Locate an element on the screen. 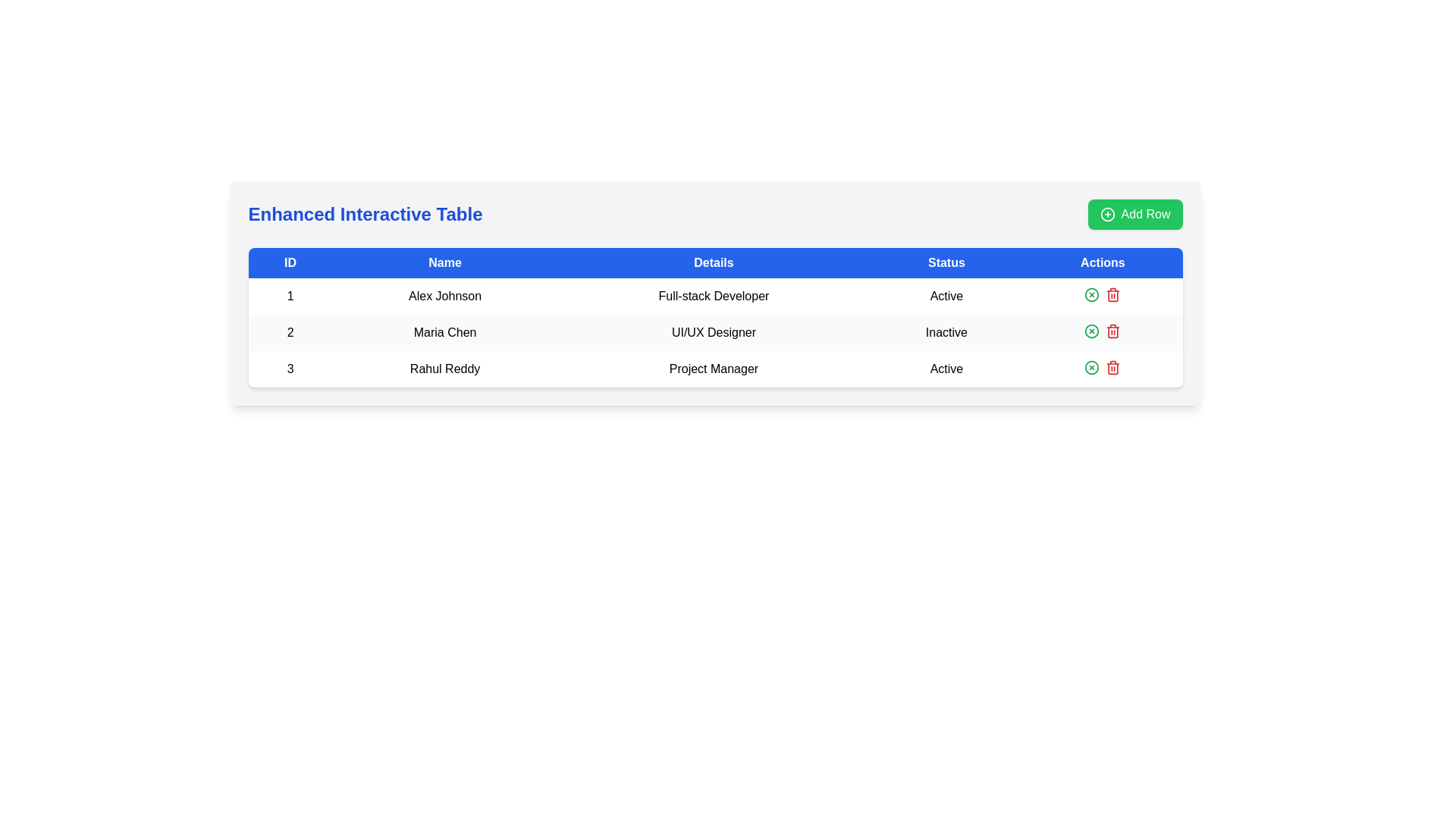 This screenshot has height=819, width=1456. the text label displaying 'Active' in the first row of the table under the 'Status' column, indicating the user's status is located at coordinates (946, 296).